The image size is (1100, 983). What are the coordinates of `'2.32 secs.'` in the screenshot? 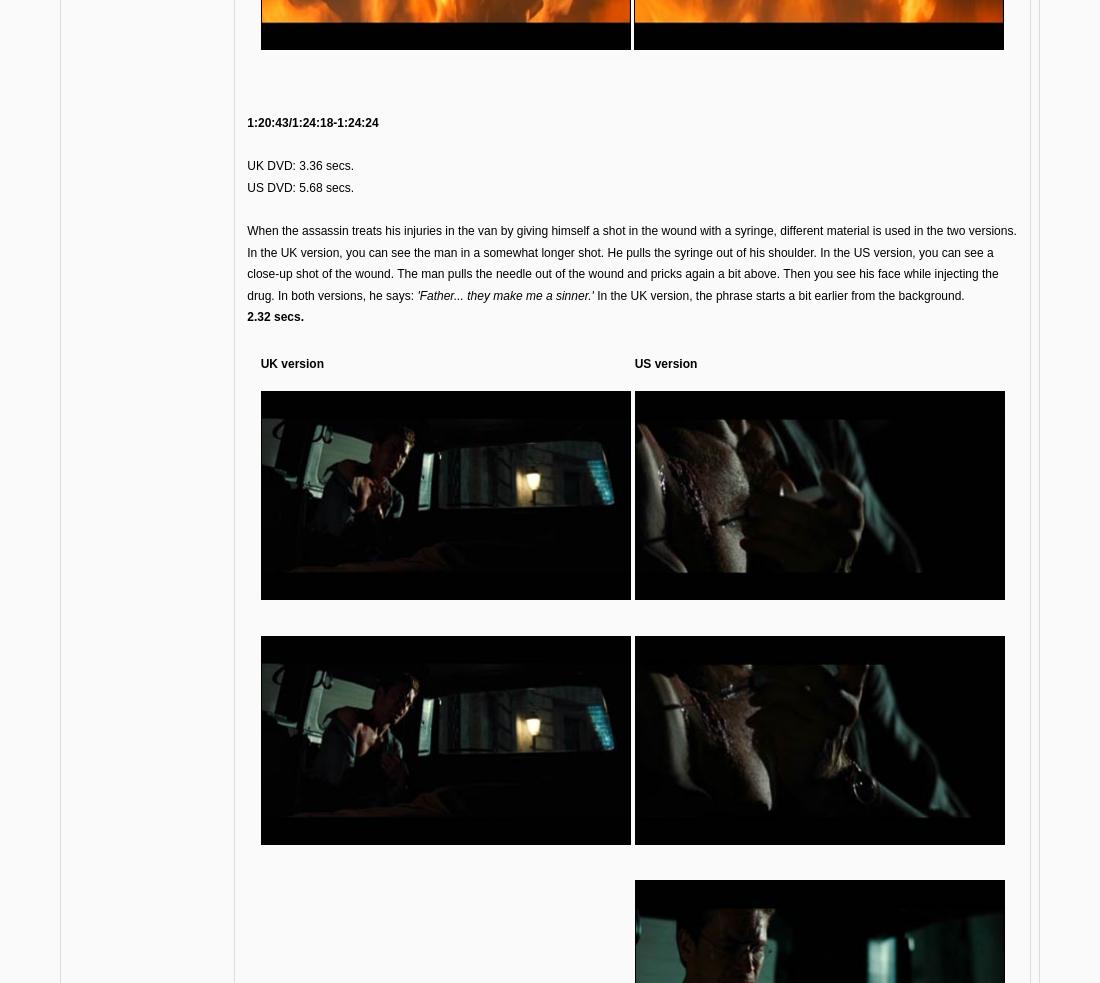 It's located at (275, 317).